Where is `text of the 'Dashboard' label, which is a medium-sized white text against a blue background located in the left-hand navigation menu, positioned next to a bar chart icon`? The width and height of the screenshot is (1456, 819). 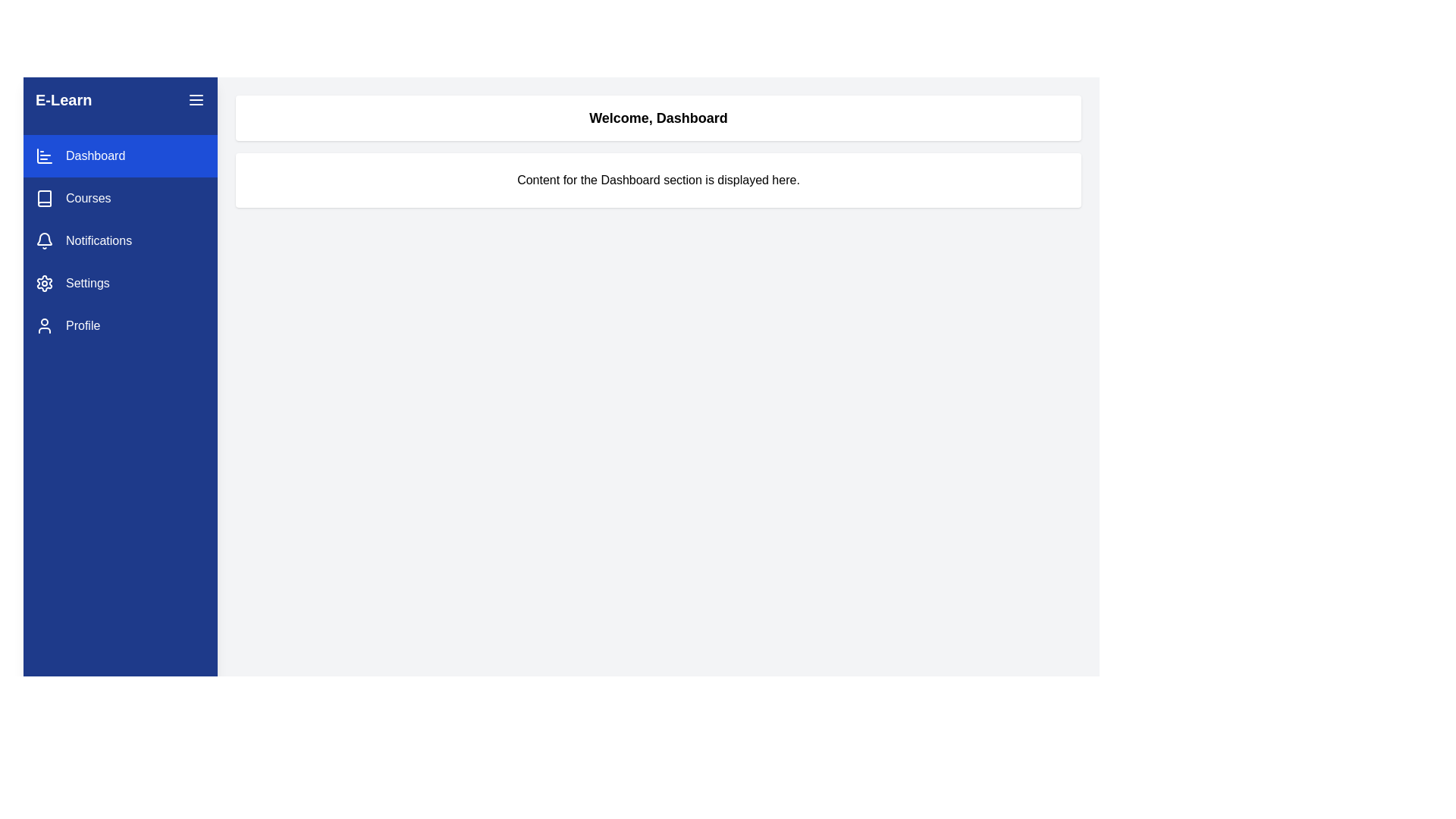 text of the 'Dashboard' label, which is a medium-sized white text against a blue background located in the left-hand navigation menu, positioned next to a bar chart icon is located at coordinates (95, 155).